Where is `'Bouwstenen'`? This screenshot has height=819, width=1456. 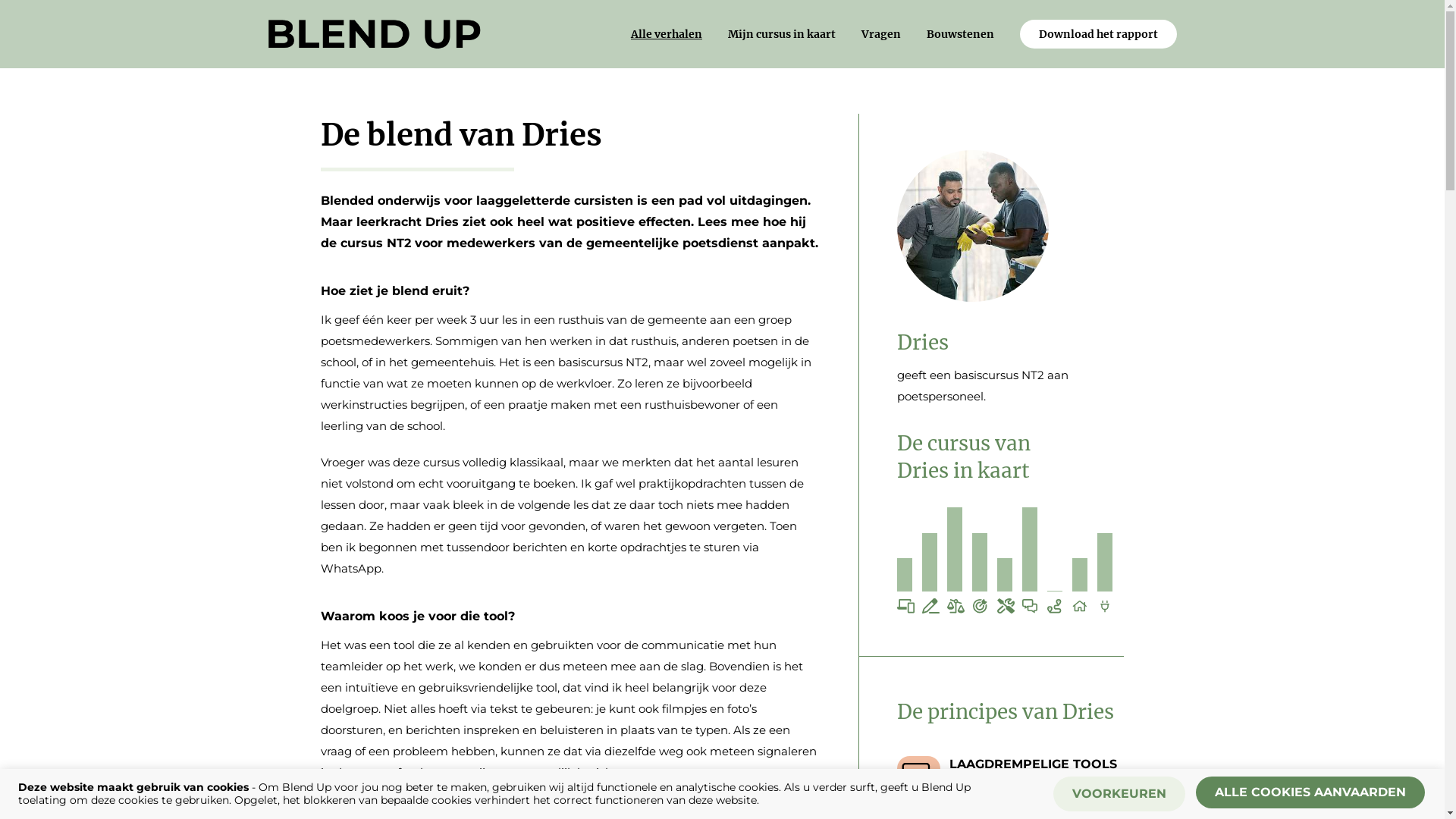
'Bouwstenen' is located at coordinates (926, 34).